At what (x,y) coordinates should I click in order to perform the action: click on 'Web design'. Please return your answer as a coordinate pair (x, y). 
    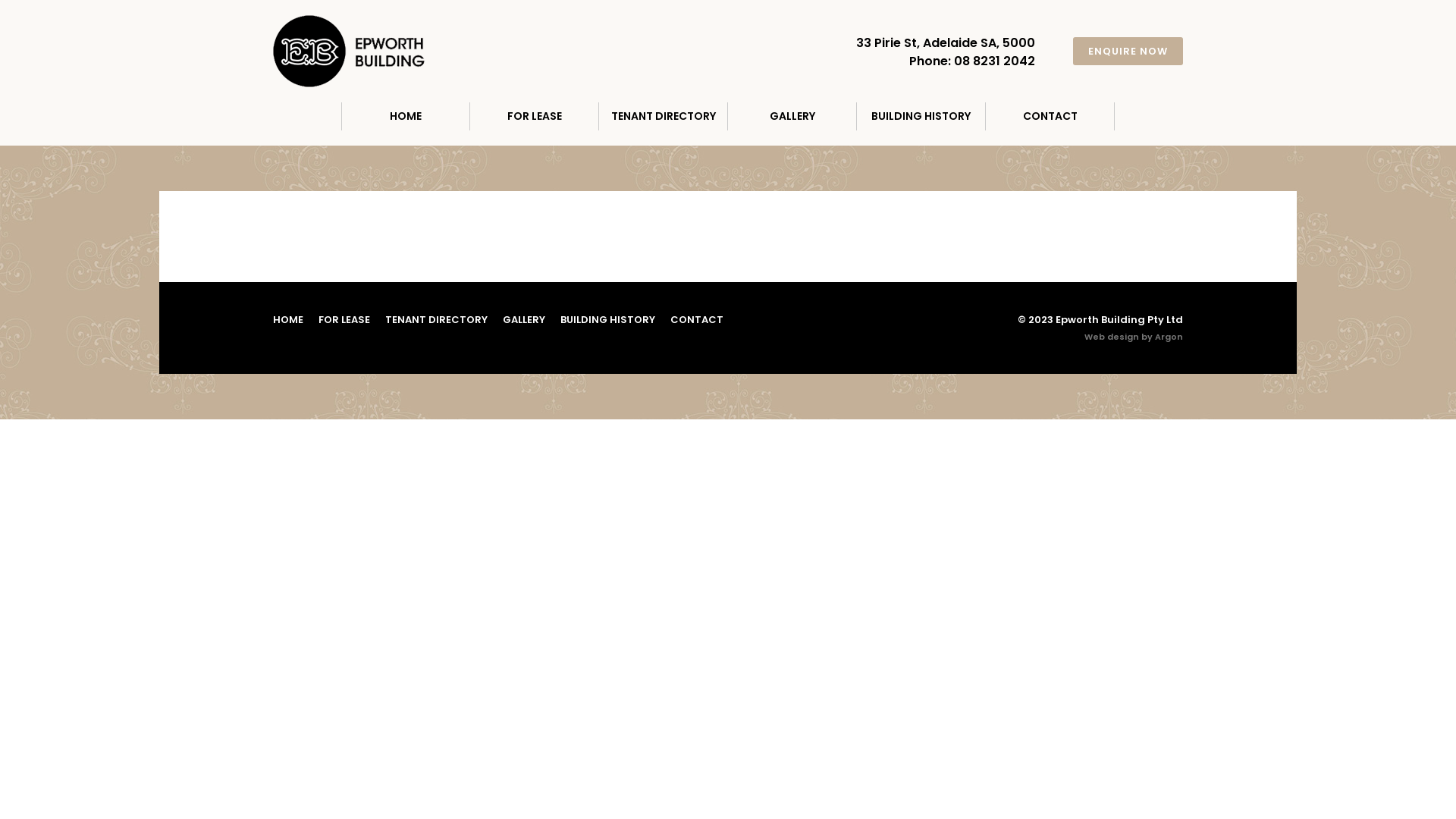
    Looking at the image, I should click on (1111, 335).